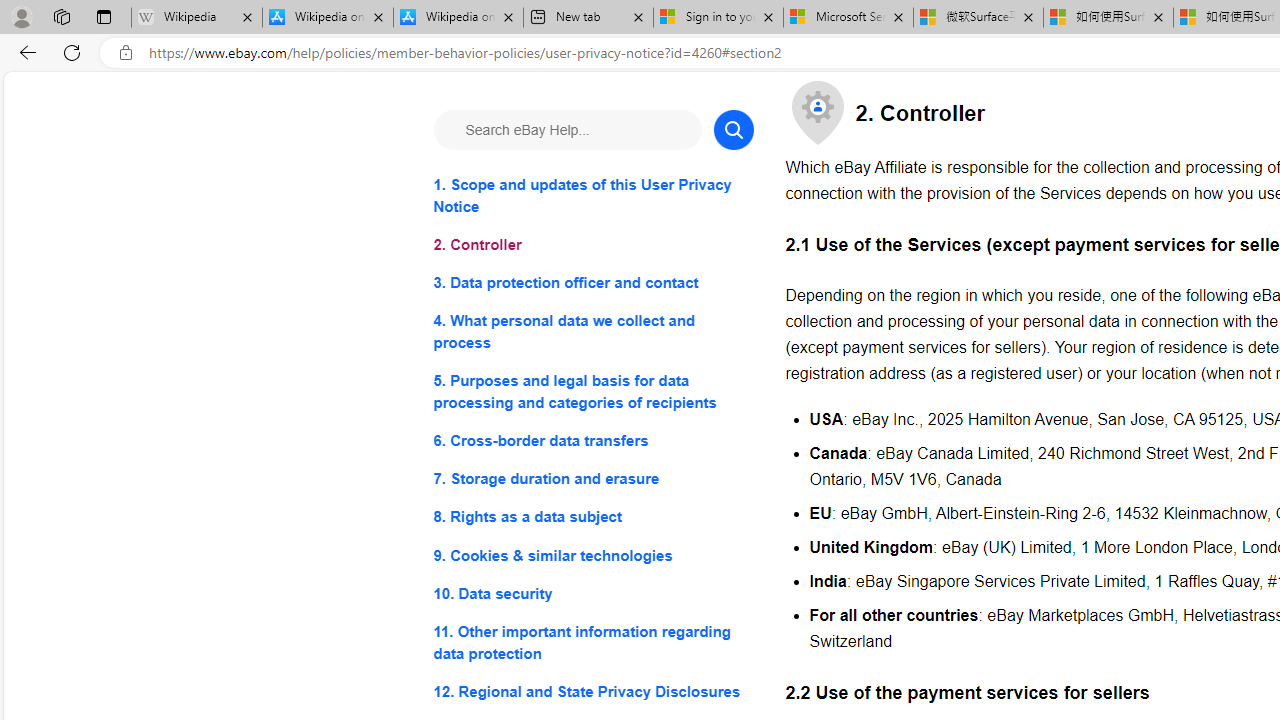 The width and height of the screenshot is (1280, 720). Describe the element at coordinates (592, 516) in the screenshot. I see `'8. Rights as a data subject'` at that location.